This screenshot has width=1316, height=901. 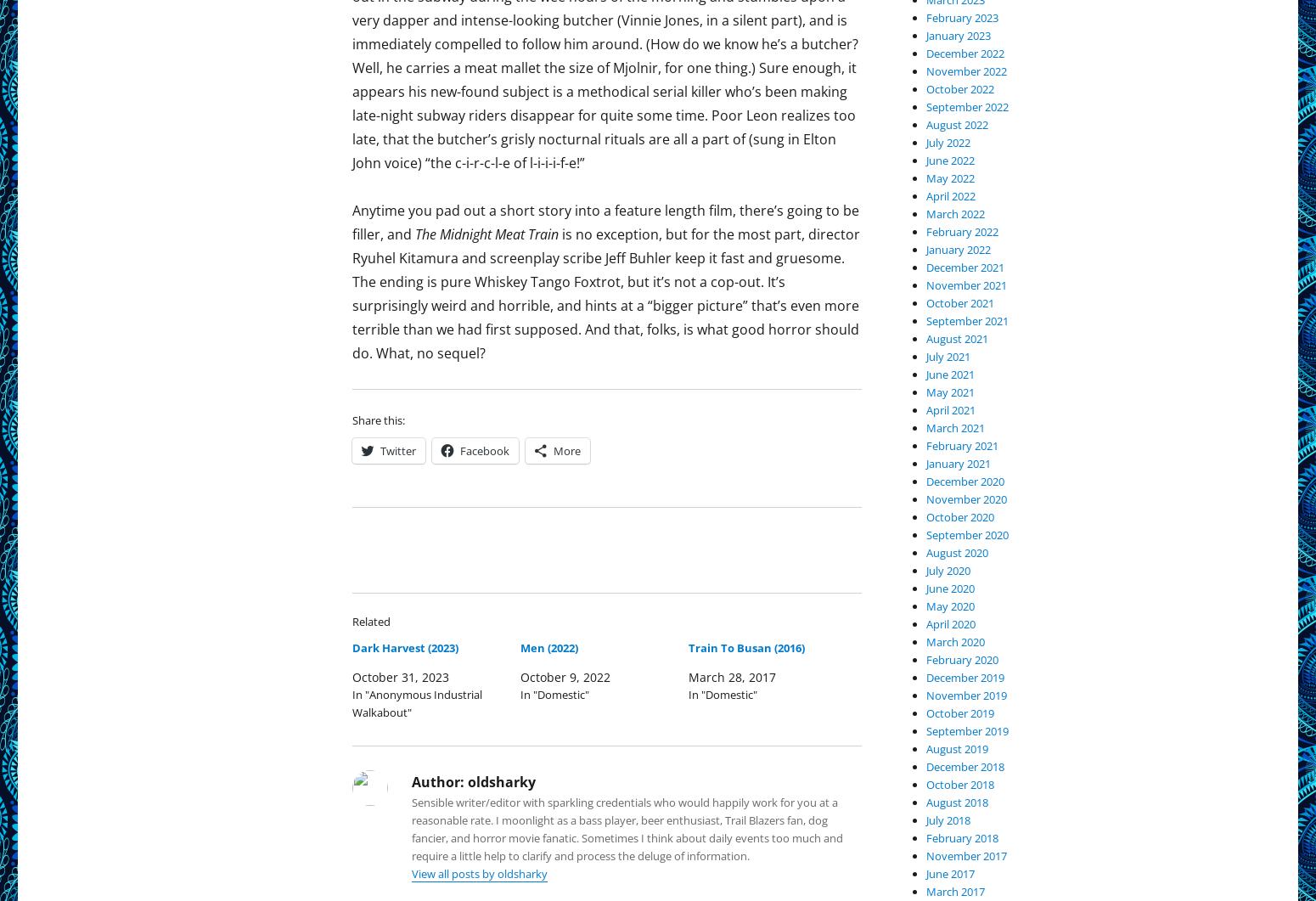 What do you see at coordinates (949, 177) in the screenshot?
I see `'May 2022'` at bounding box center [949, 177].